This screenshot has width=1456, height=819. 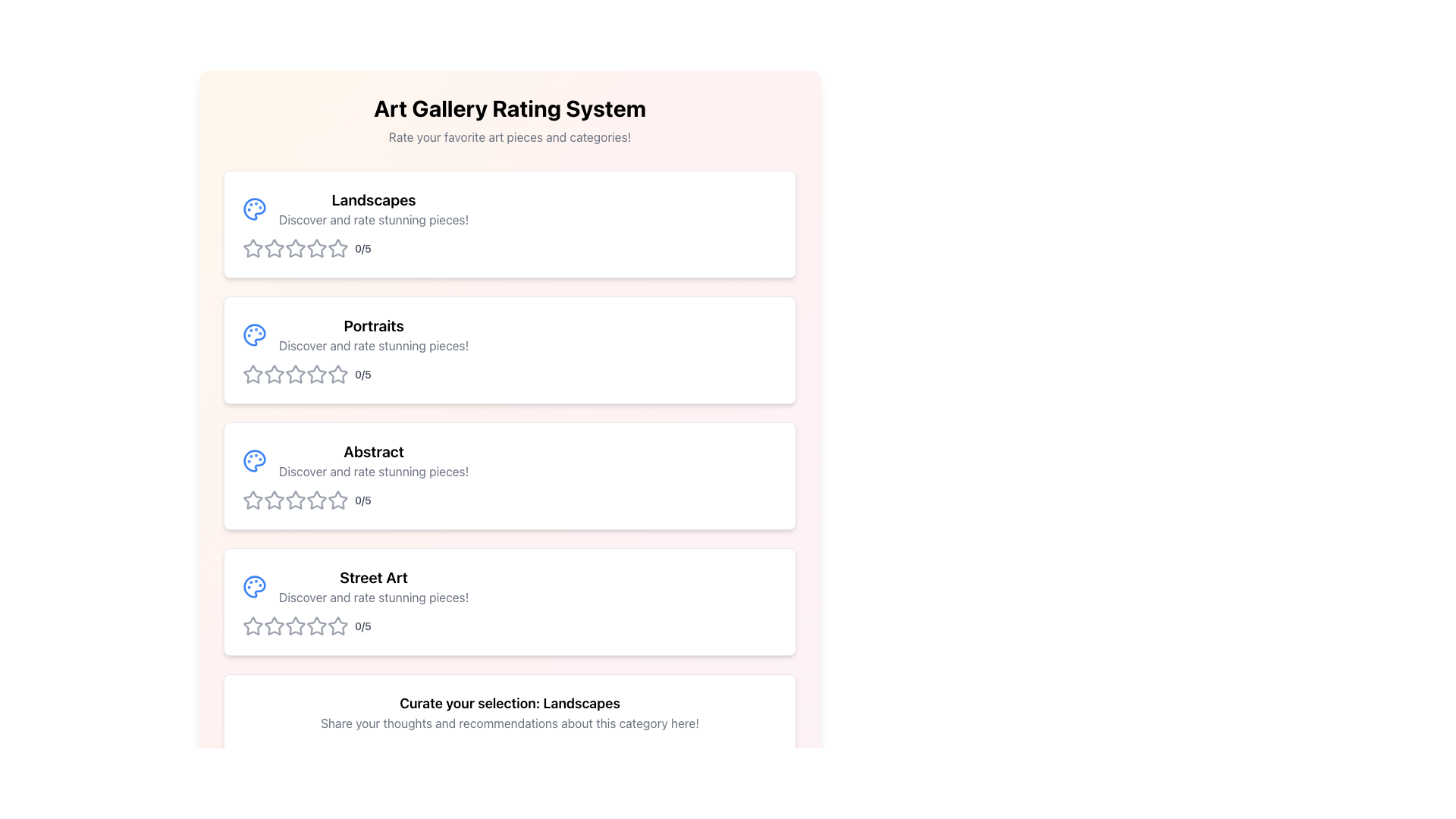 What do you see at coordinates (295, 626) in the screenshot?
I see `the second star icon from the left in the rating system located within the bottom-most card labeled 'Street Art'` at bounding box center [295, 626].